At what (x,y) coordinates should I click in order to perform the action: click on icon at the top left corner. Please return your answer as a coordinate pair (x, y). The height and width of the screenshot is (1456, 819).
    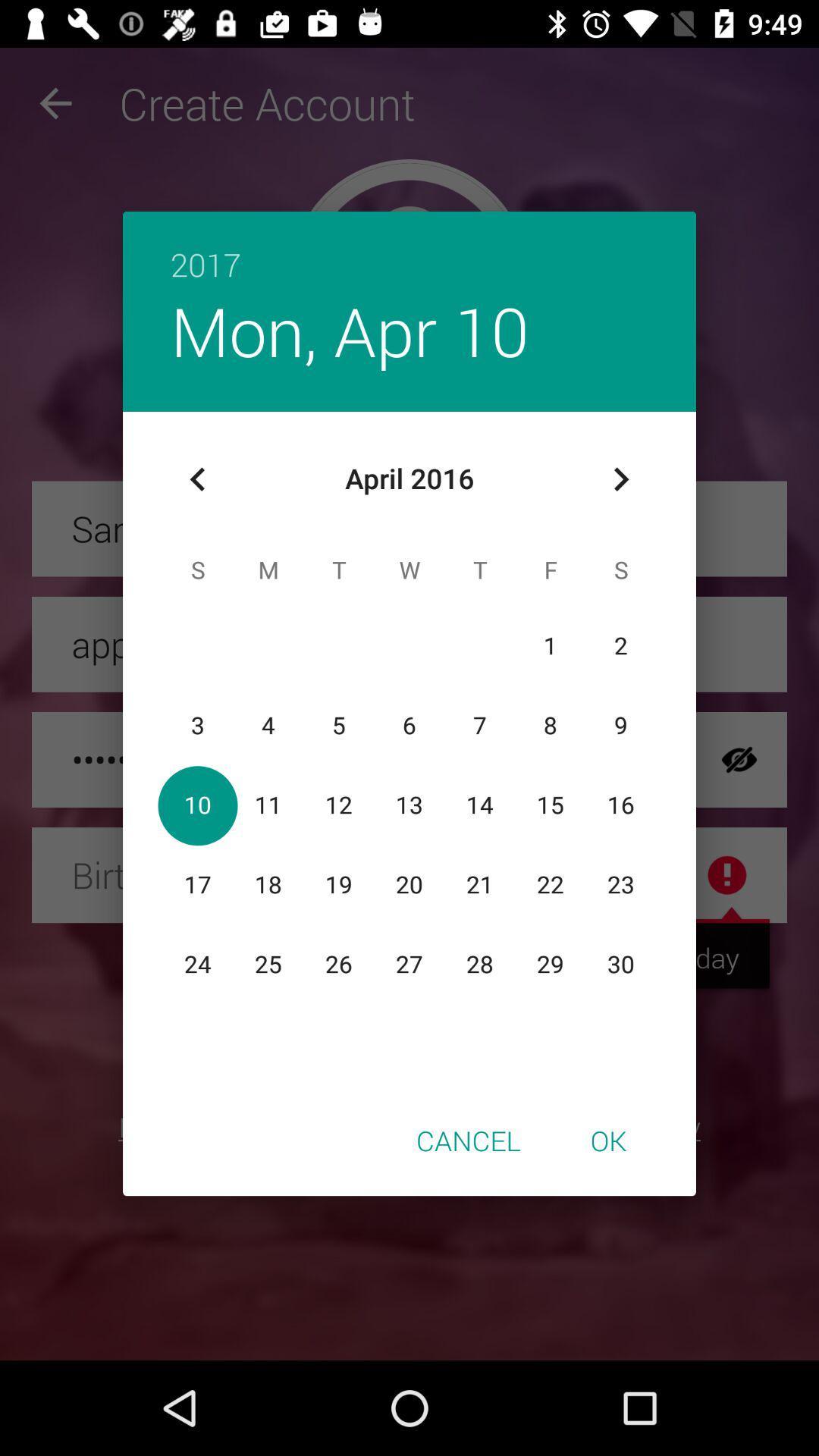
    Looking at the image, I should click on (197, 479).